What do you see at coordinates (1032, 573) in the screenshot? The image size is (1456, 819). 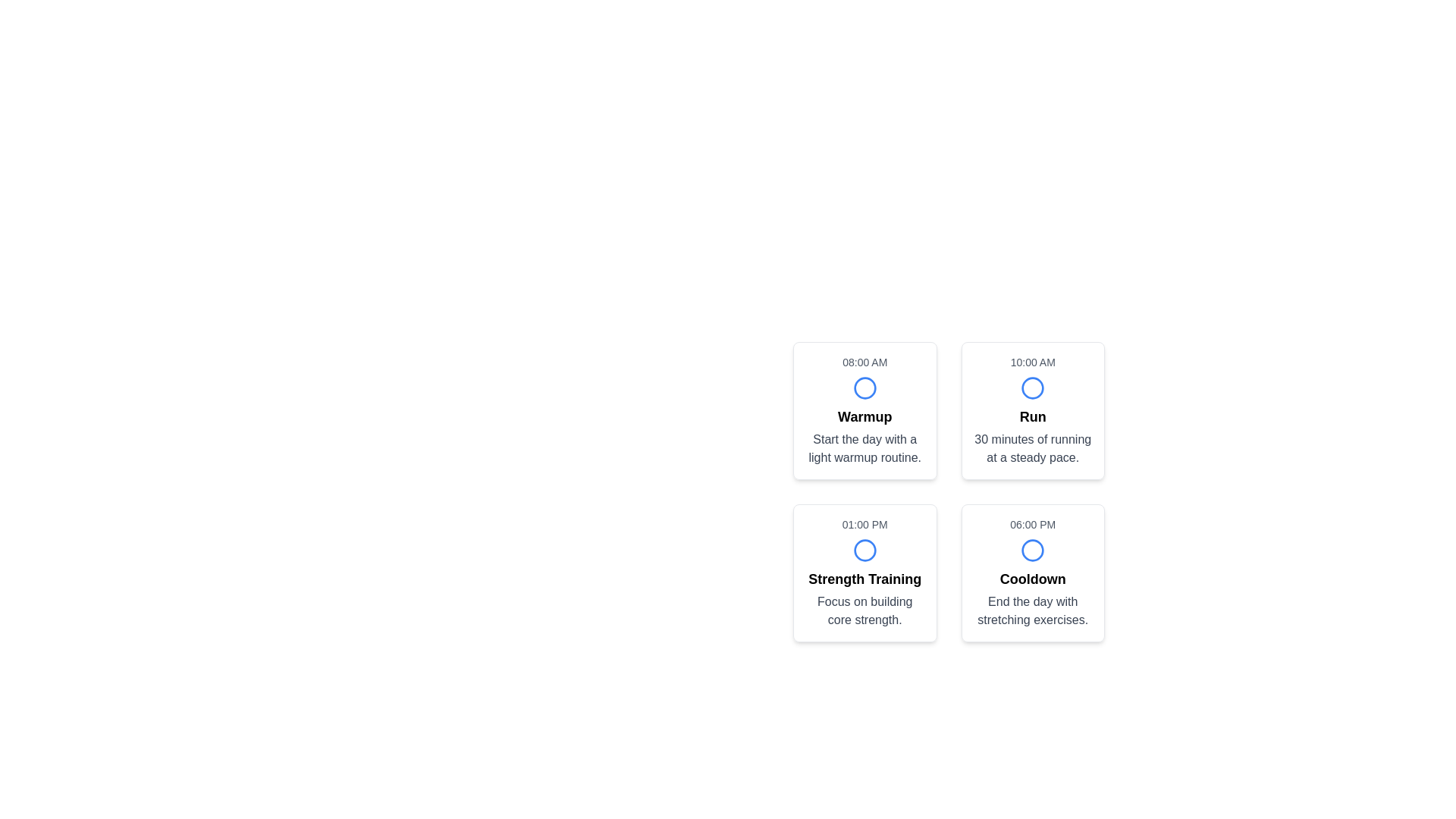 I see `the Card UI component representing a scheduled entry in the daily routine chart, located at the bottom-right corner of the grid layout` at bounding box center [1032, 573].